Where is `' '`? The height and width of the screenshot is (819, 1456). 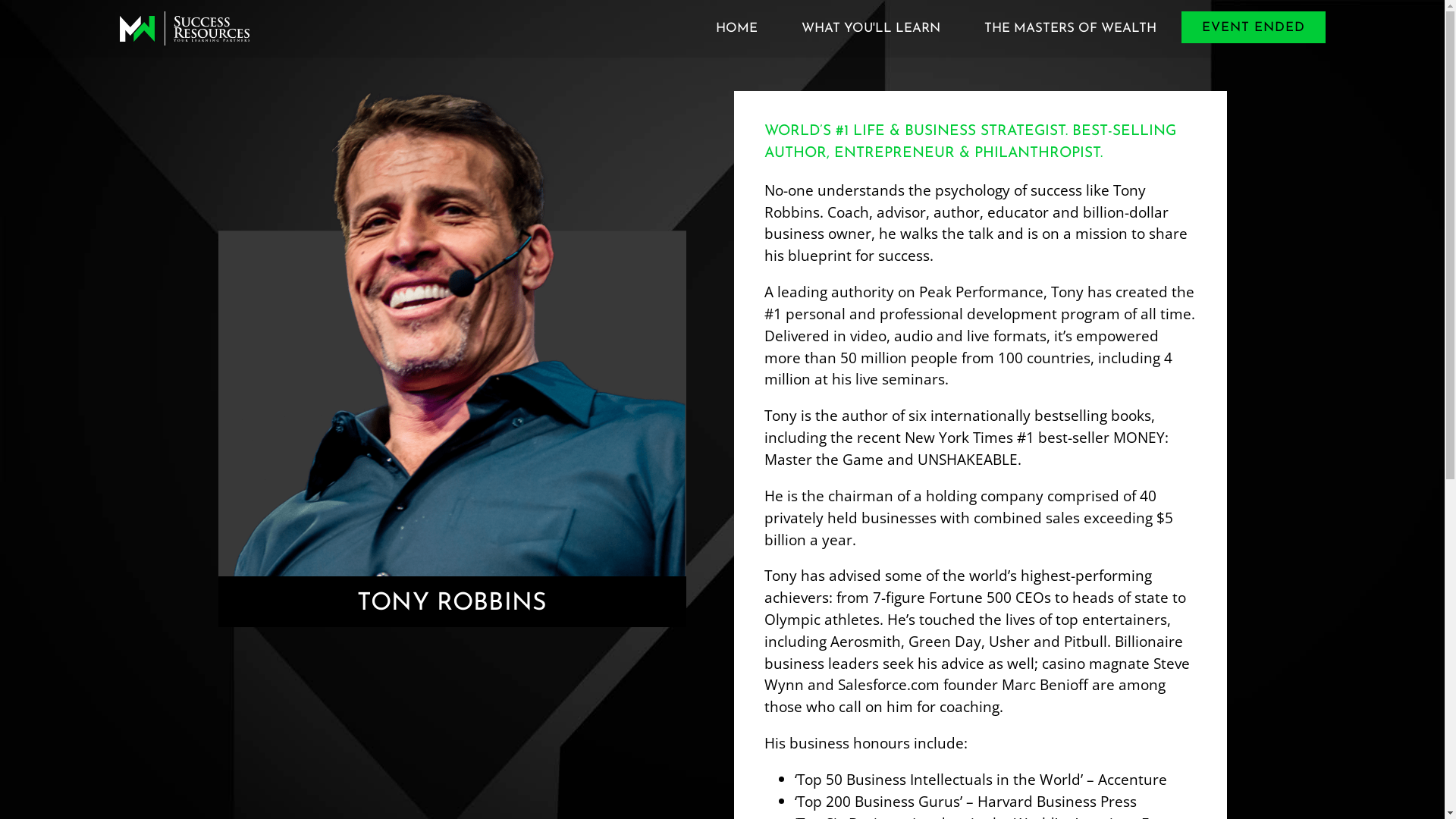
' ' is located at coordinates (184, 28).